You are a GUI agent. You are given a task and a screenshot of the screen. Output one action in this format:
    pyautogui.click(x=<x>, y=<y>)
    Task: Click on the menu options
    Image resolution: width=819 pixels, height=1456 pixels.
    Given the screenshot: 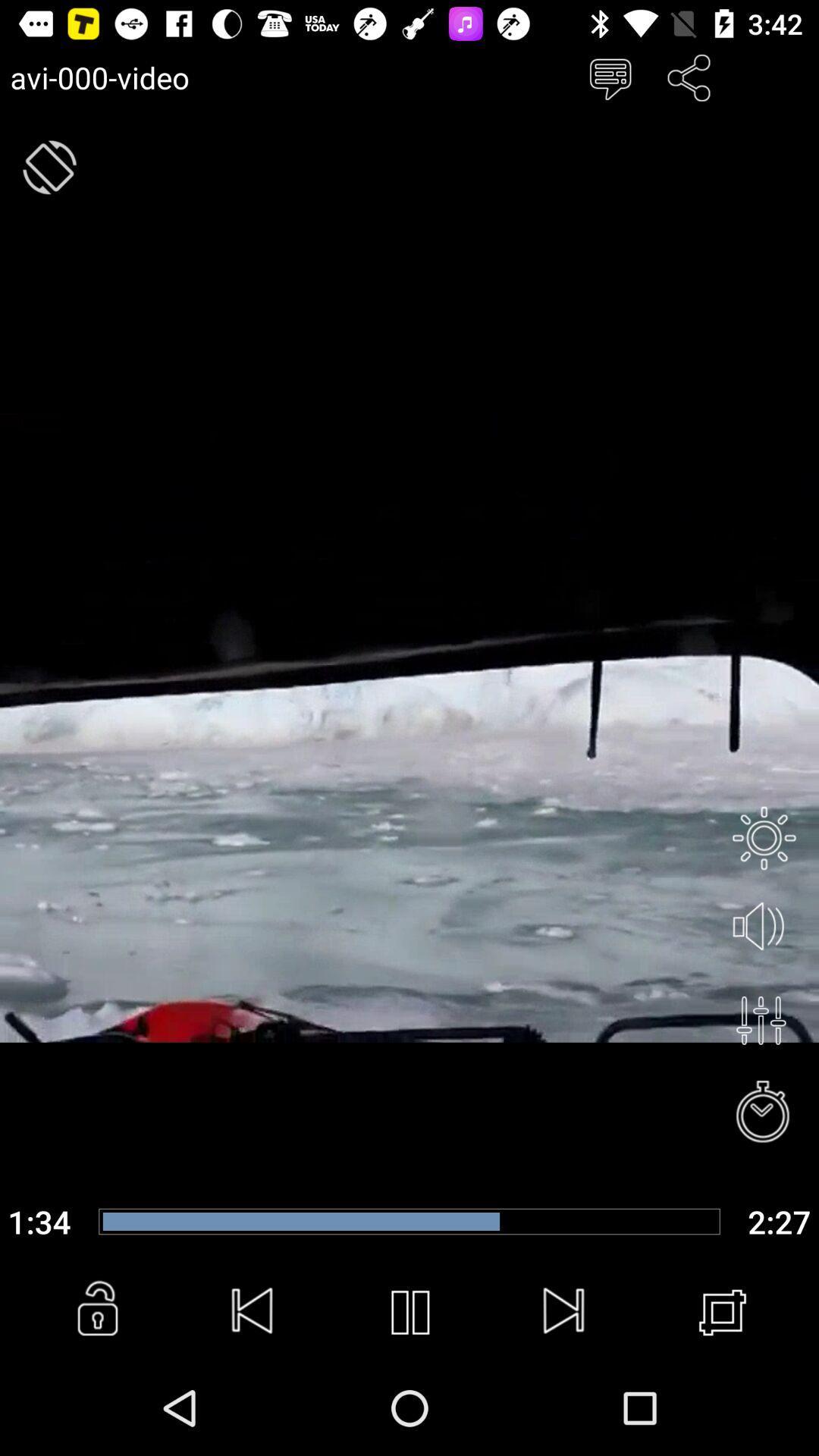 What is the action you would take?
    pyautogui.click(x=609, y=77)
    